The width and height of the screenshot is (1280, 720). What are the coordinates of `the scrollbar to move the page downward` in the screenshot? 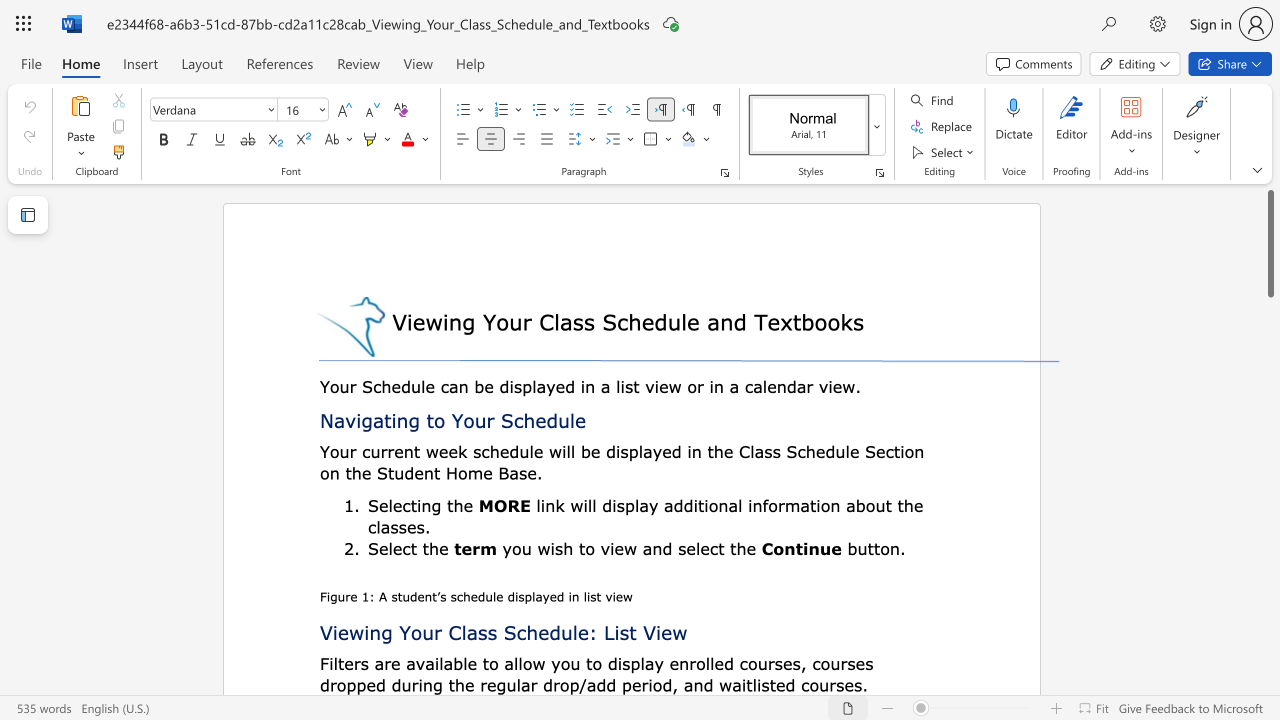 It's located at (1269, 540).